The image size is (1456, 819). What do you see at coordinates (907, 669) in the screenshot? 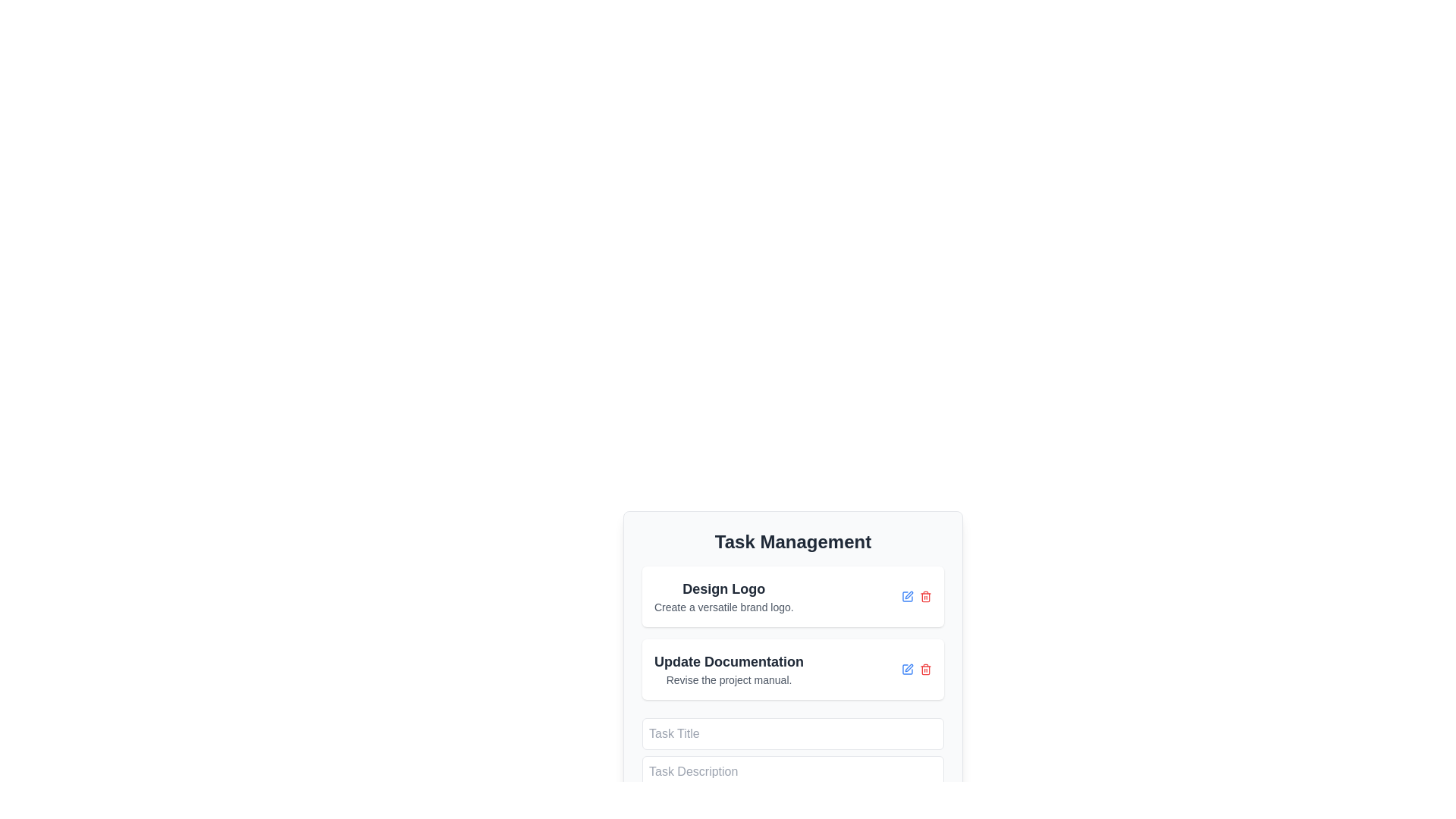
I see `the edit icon button located in the 'Task Management' section next to the red delete icon to initiate task edit for 'Update Documentation'` at bounding box center [907, 669].